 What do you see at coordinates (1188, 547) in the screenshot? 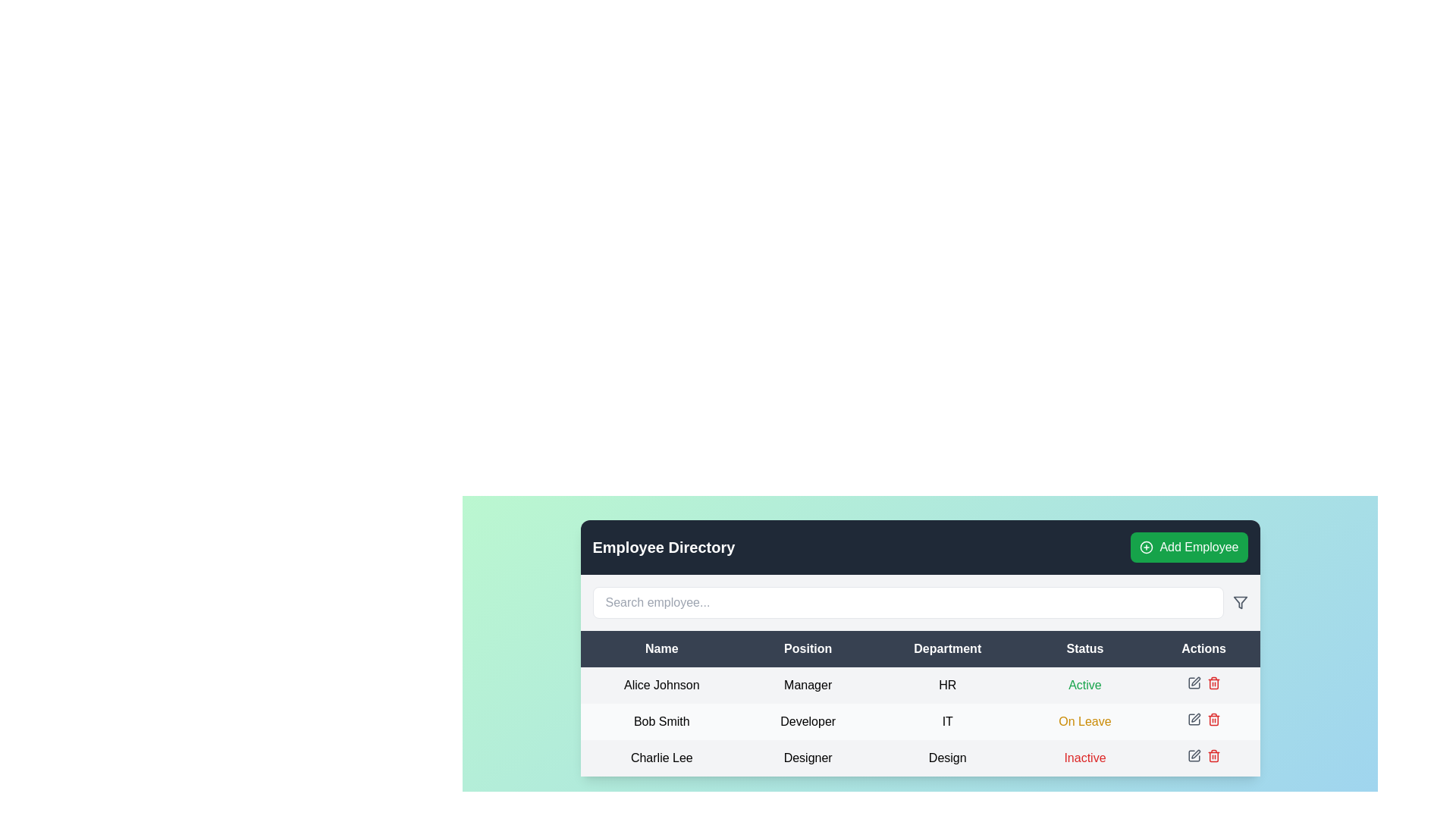
I see `the 'Add Employee' button located in the top-right corner of the 'Employee Directory' interface` at bounding box center [1188, 547].